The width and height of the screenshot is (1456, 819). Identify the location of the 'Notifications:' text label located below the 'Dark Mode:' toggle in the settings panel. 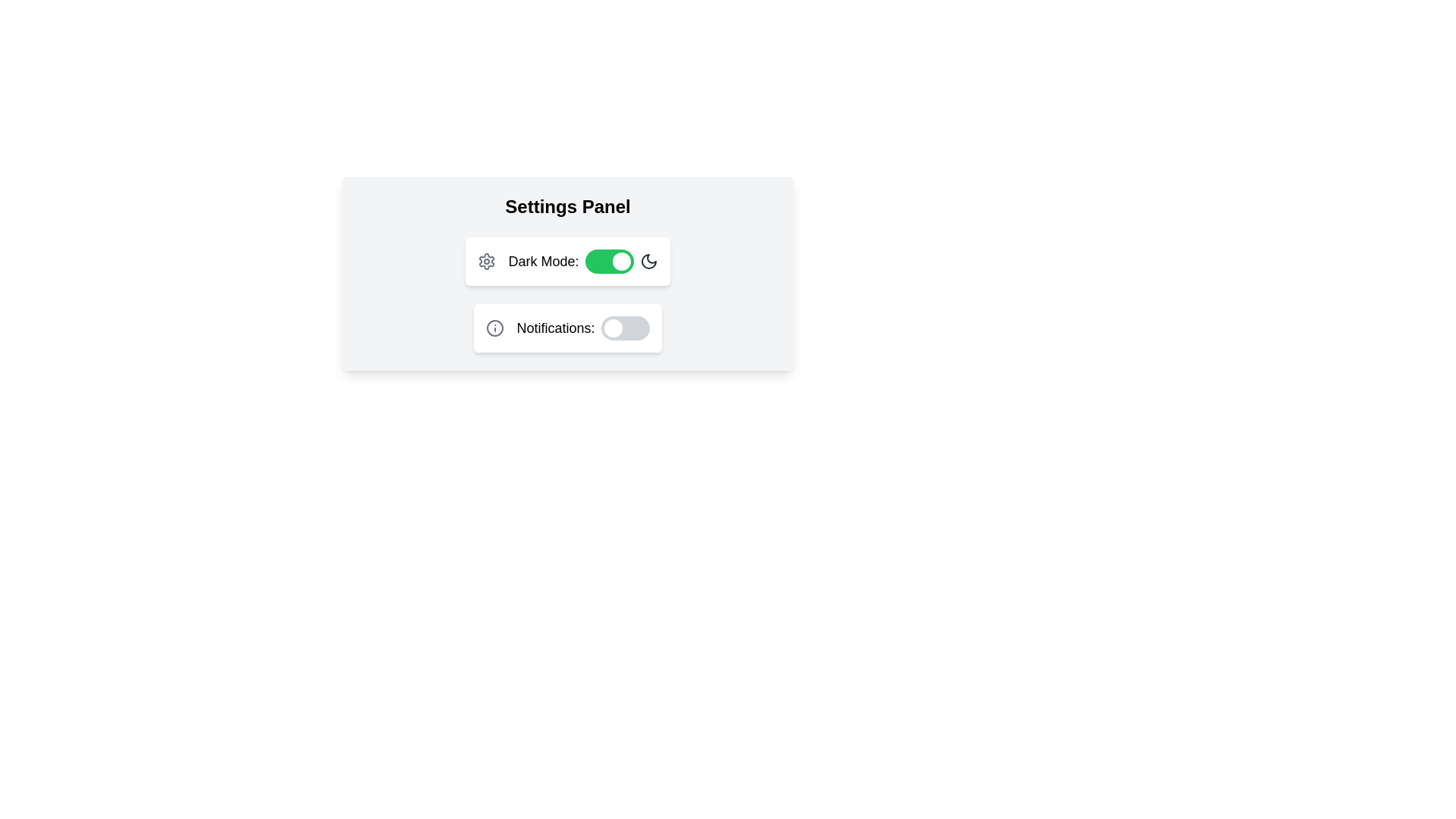
(555, 327).